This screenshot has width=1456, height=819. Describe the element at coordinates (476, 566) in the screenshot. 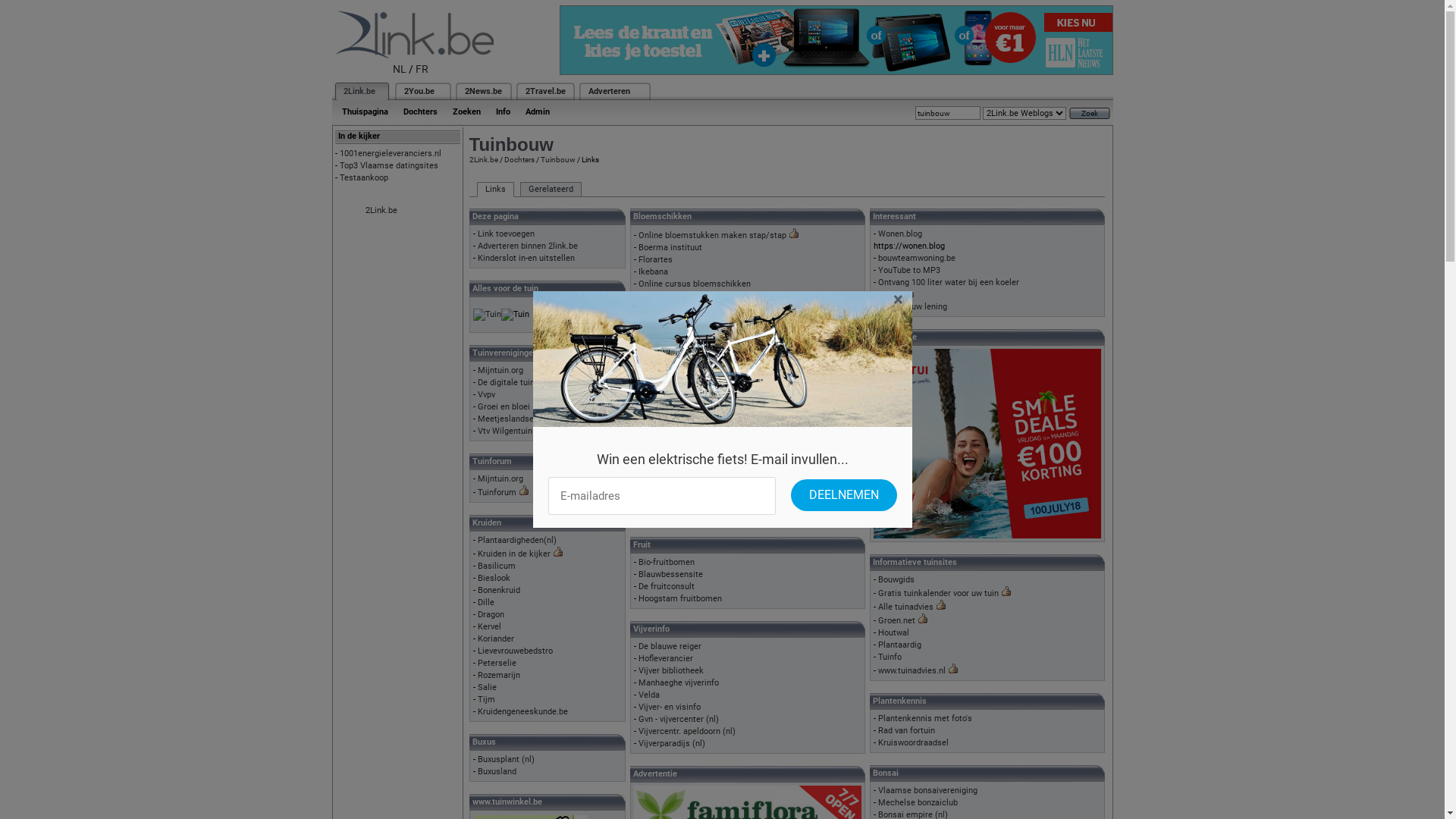

I see `'Basilicum'` at that location.